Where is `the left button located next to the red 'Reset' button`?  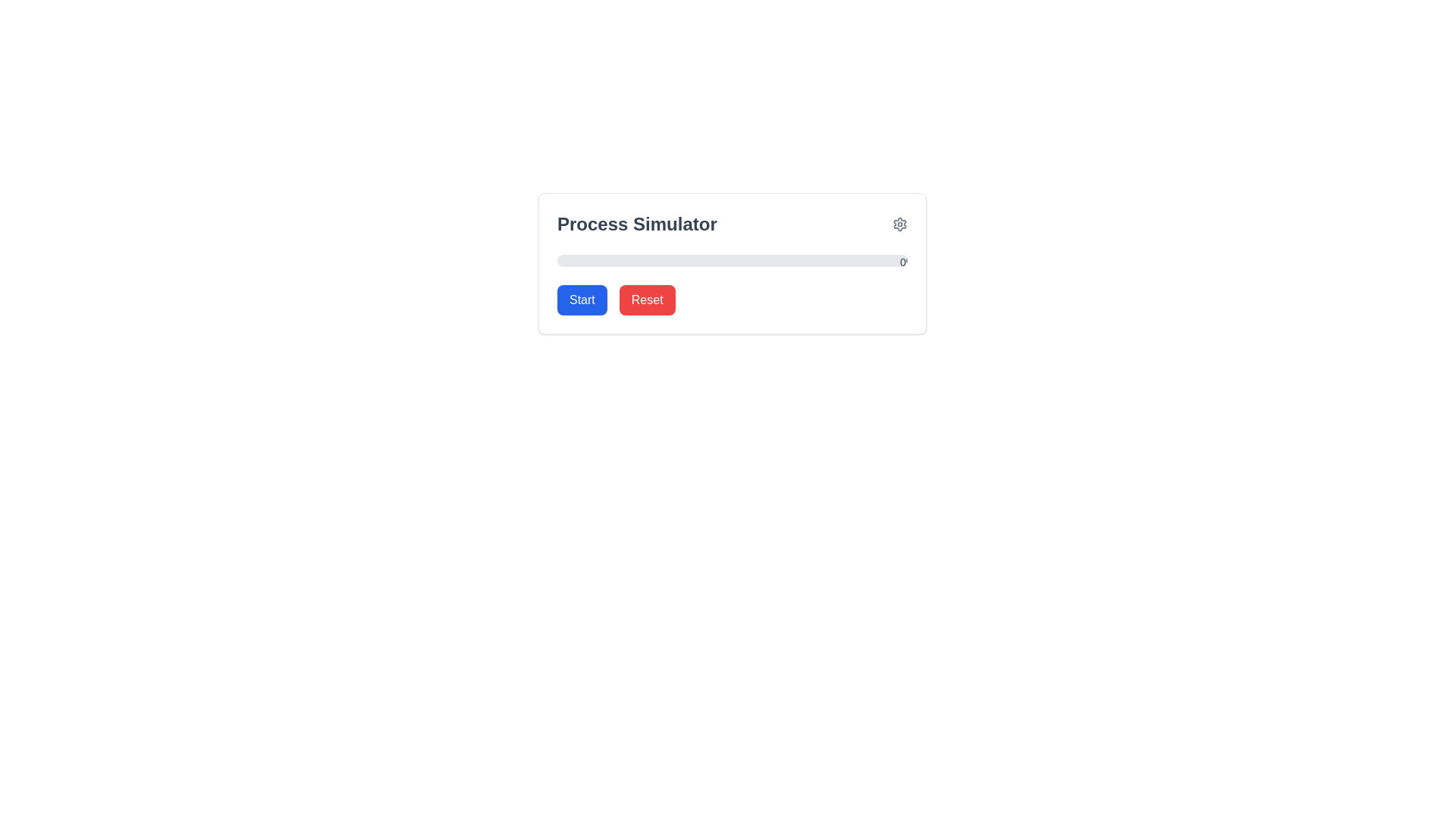
the left button located next to the red 'Reset' button is located at coordinates (581, 300).